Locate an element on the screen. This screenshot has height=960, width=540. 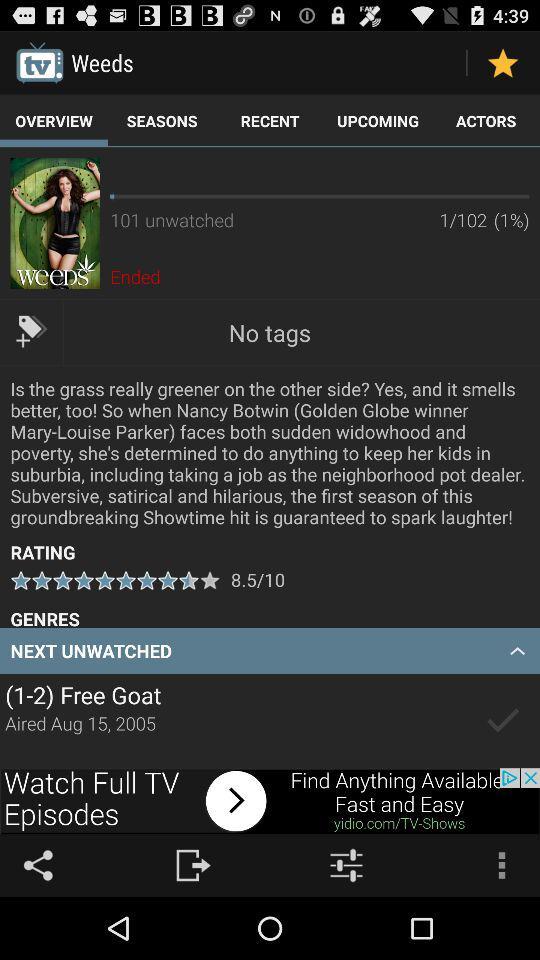
click the thumbnail is located at coordinates (55, 223).